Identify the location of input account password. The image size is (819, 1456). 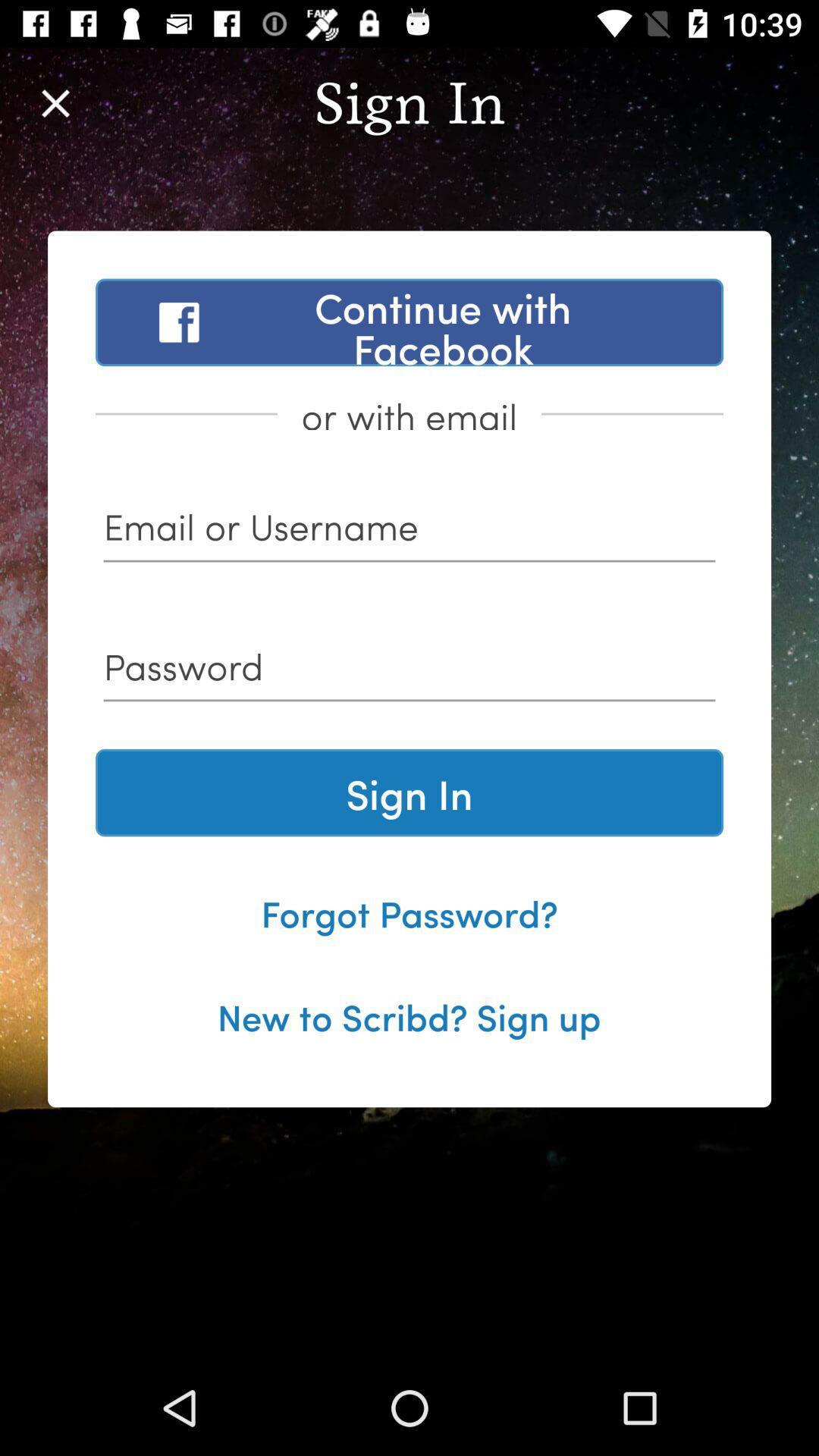
(409, 671).